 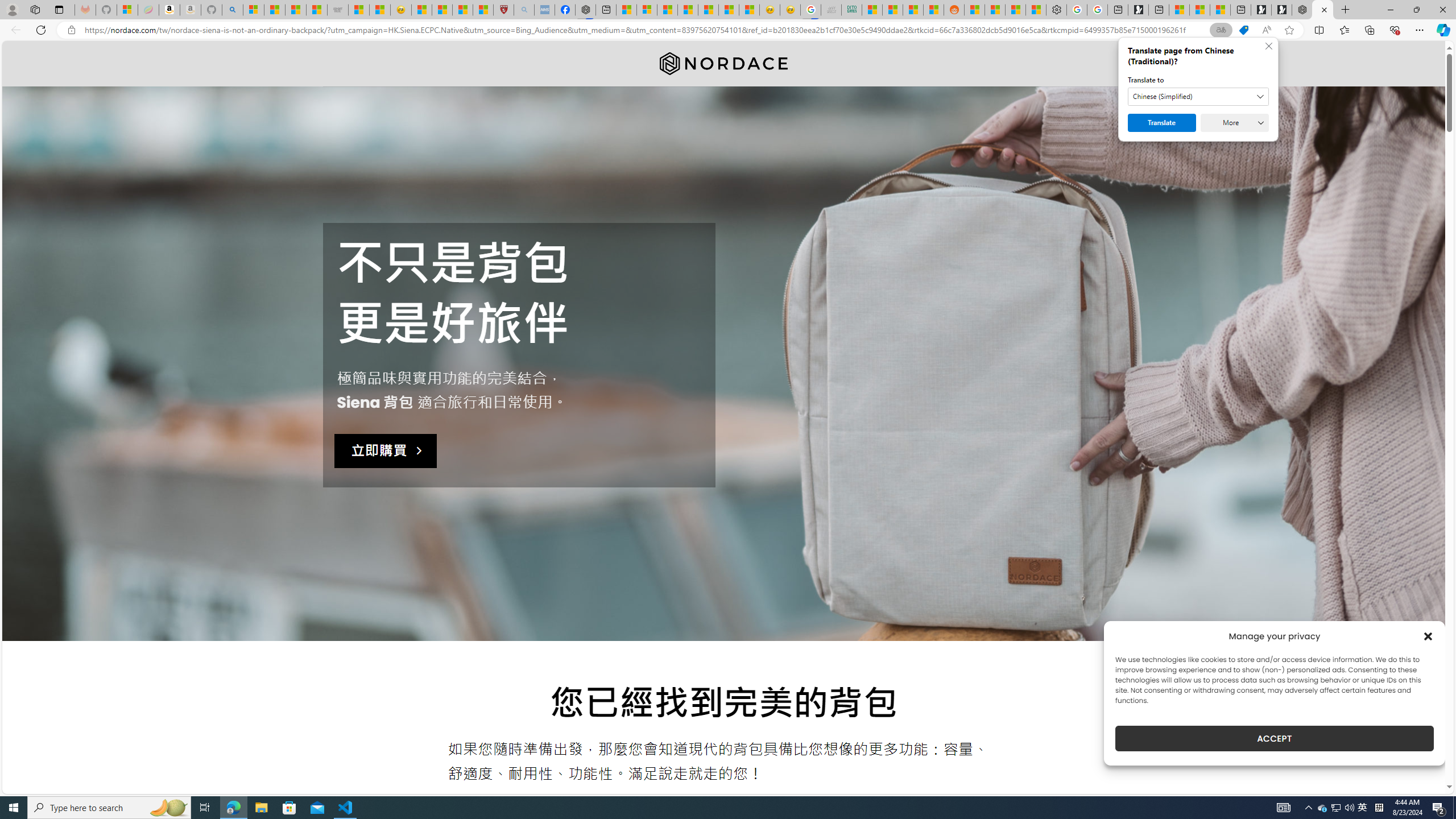 I want to click on 'More', so click(x=1234, y=122).